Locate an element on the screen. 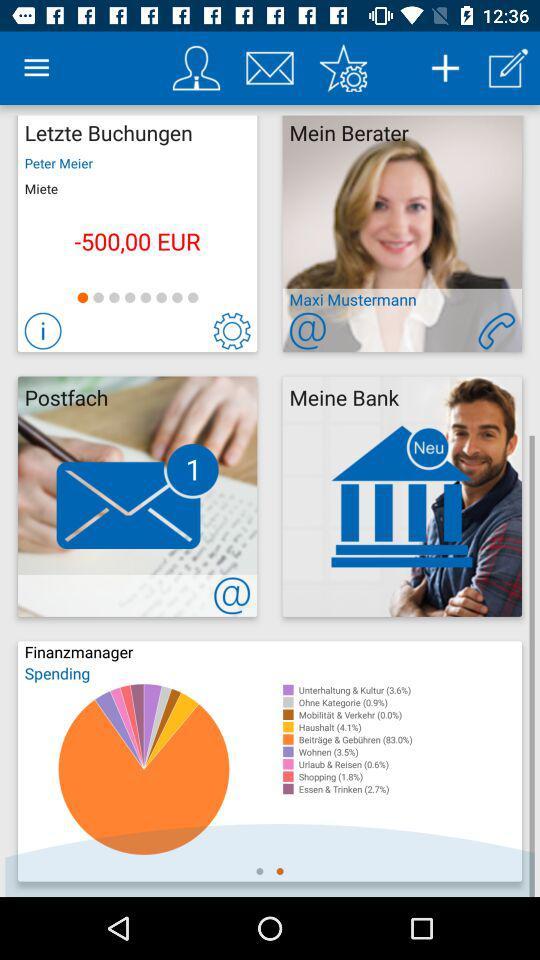  the item above letzte buchungen icon is located at coordinates (36, 68).